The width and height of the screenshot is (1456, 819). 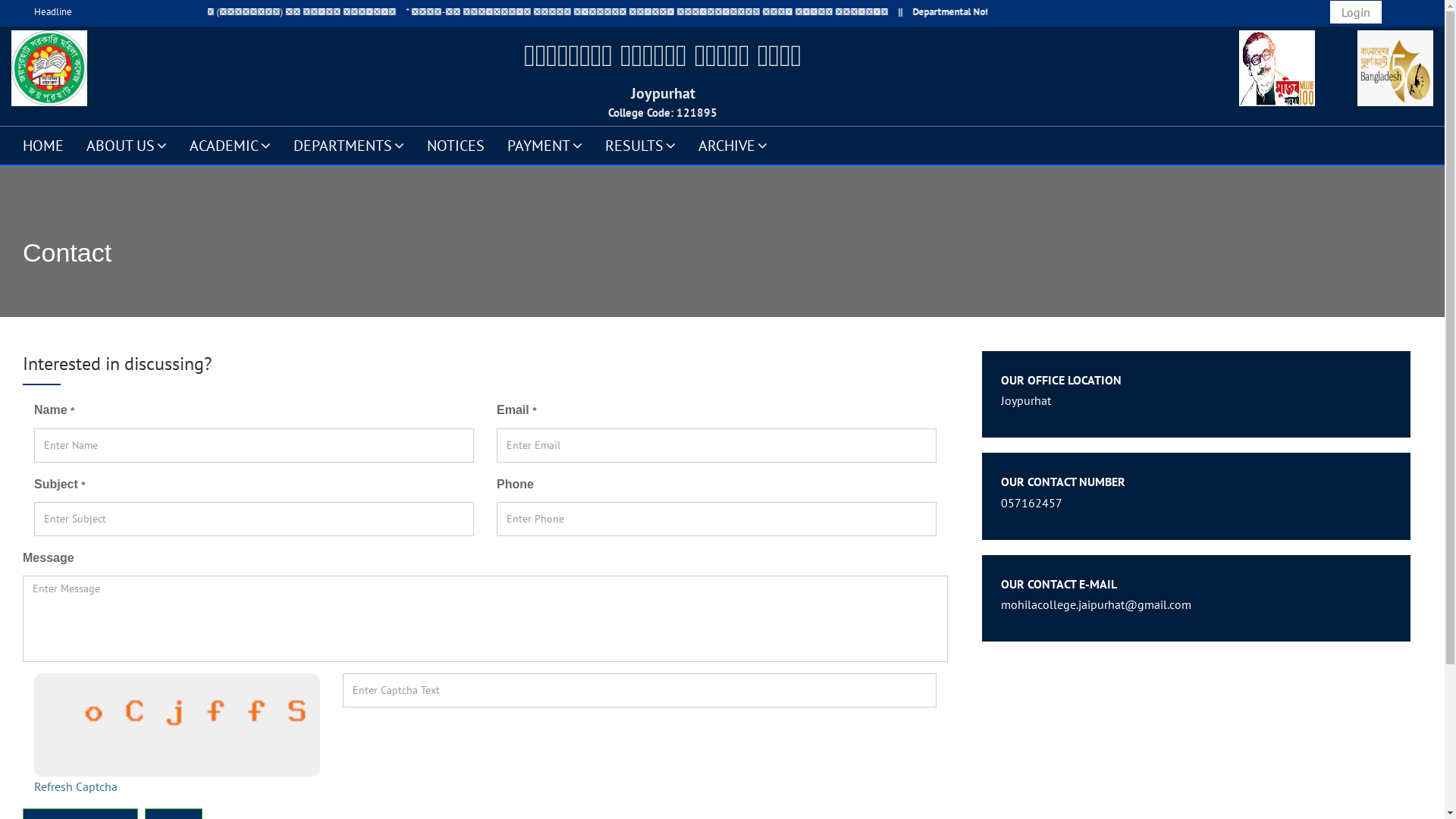 What do you see at coordinates (75, 786) in the screenshot?
I see `'Refresh Captcha'` at bounding box center [75, 786].